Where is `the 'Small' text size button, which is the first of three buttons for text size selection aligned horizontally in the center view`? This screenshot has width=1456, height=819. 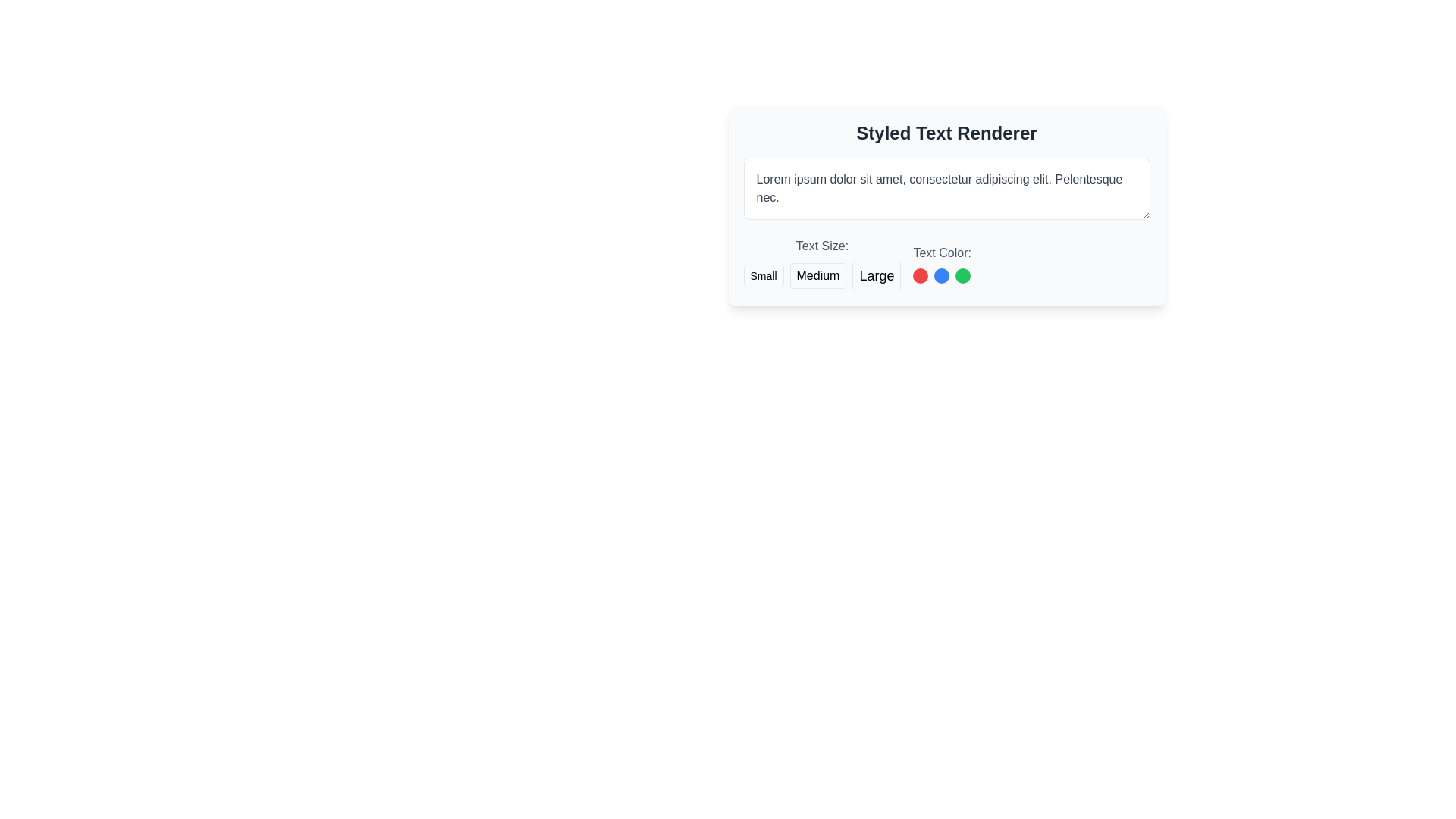 the 'Small' text size button, which is the first of three buttons for text size selection aligned horizontally in the center view is located at coordinates (764, 275).